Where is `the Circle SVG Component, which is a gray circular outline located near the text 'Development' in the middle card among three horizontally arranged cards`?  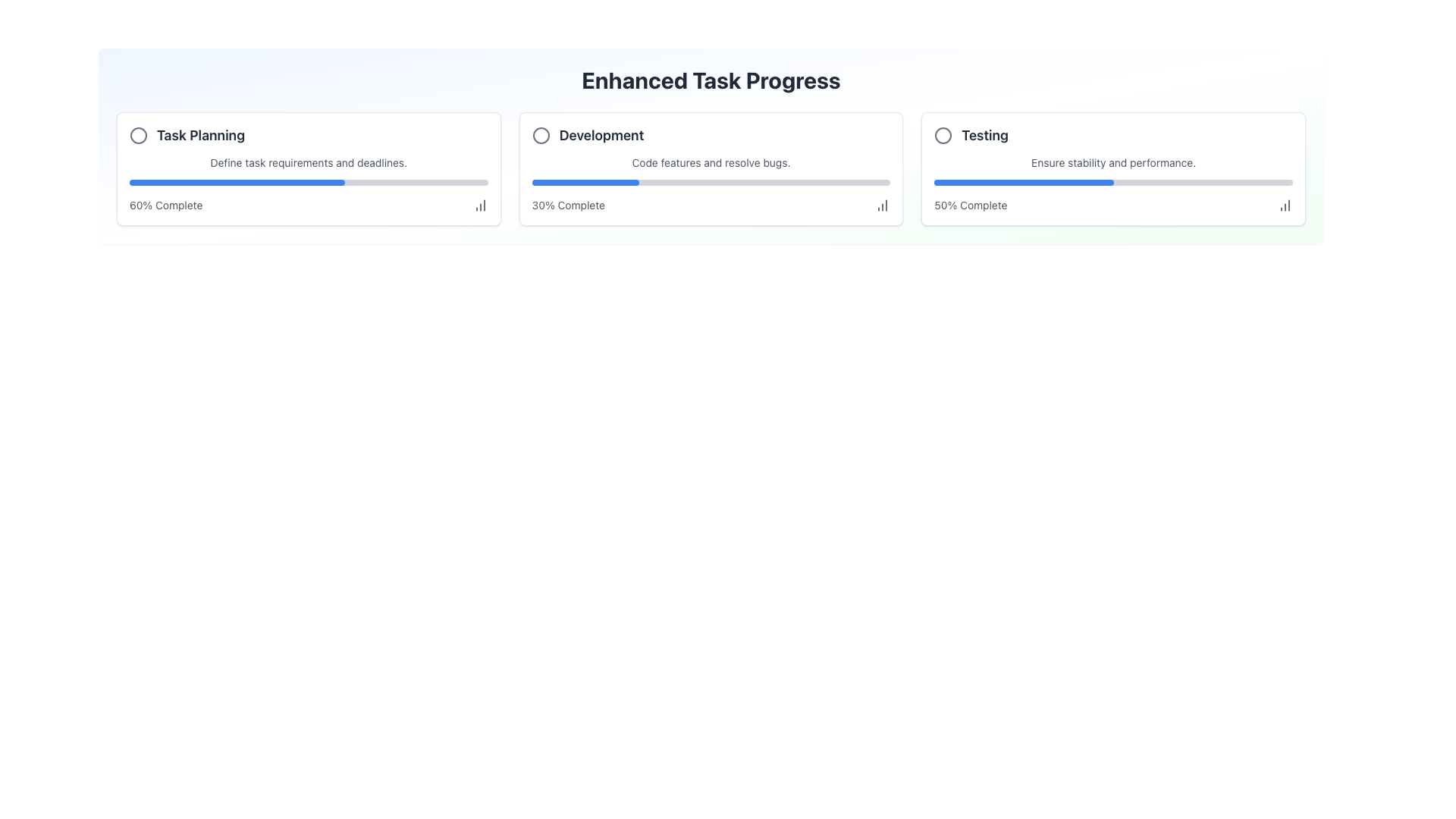
the Circle SVG Component, which is a gray circular outline located near the text 'Development' in the middle card among three horizontally arranged cards is located at coordinates (541, 134).